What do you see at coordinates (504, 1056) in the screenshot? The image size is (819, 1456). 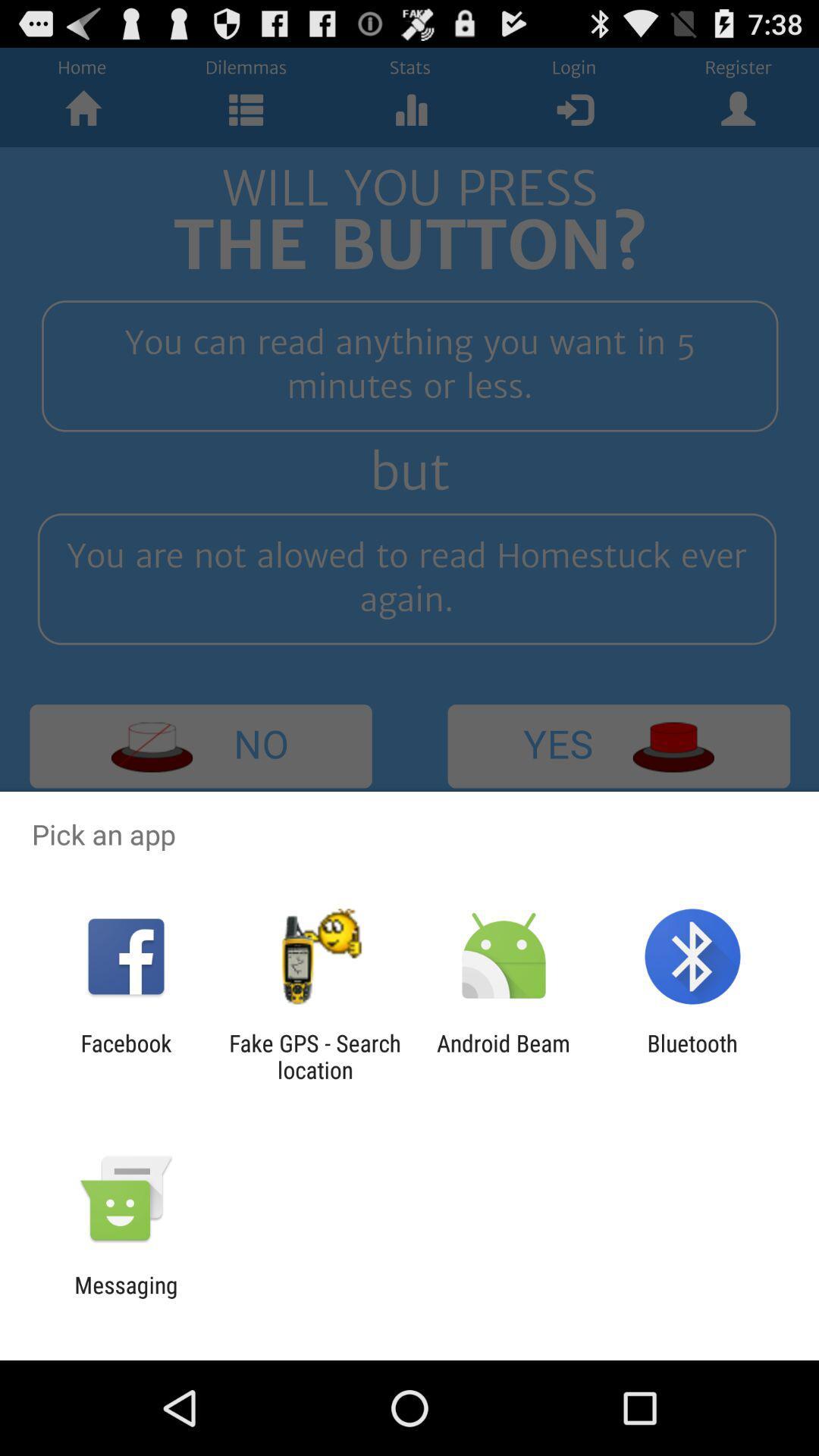 I see `item to the left of the bluetooth item` at bounding box center [504, 1056].